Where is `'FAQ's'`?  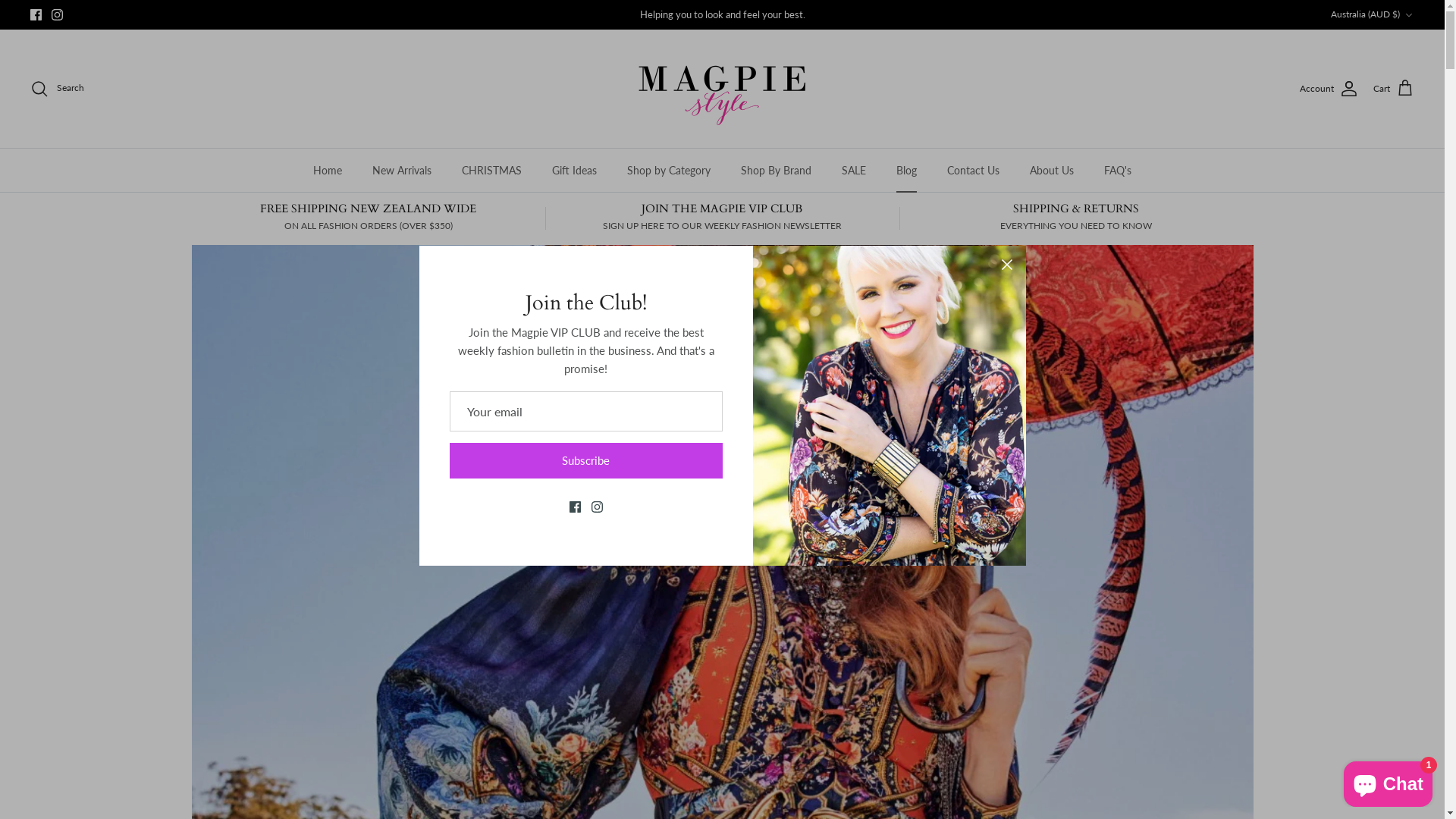
'FAQ's' is located at coordinates (1117, 170).